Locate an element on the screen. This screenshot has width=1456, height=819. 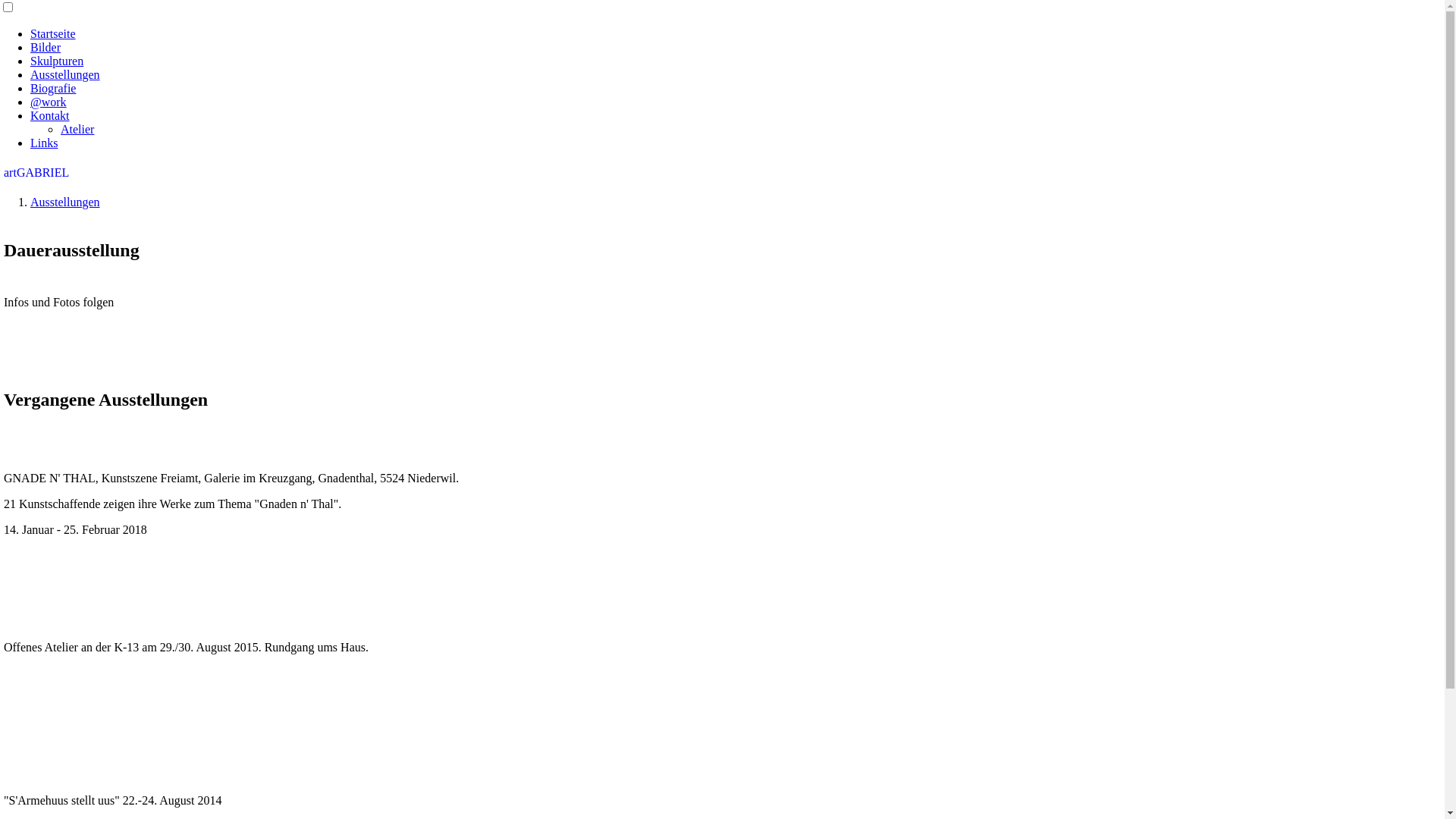
'Biografie' is located at coordinates (53, 88).